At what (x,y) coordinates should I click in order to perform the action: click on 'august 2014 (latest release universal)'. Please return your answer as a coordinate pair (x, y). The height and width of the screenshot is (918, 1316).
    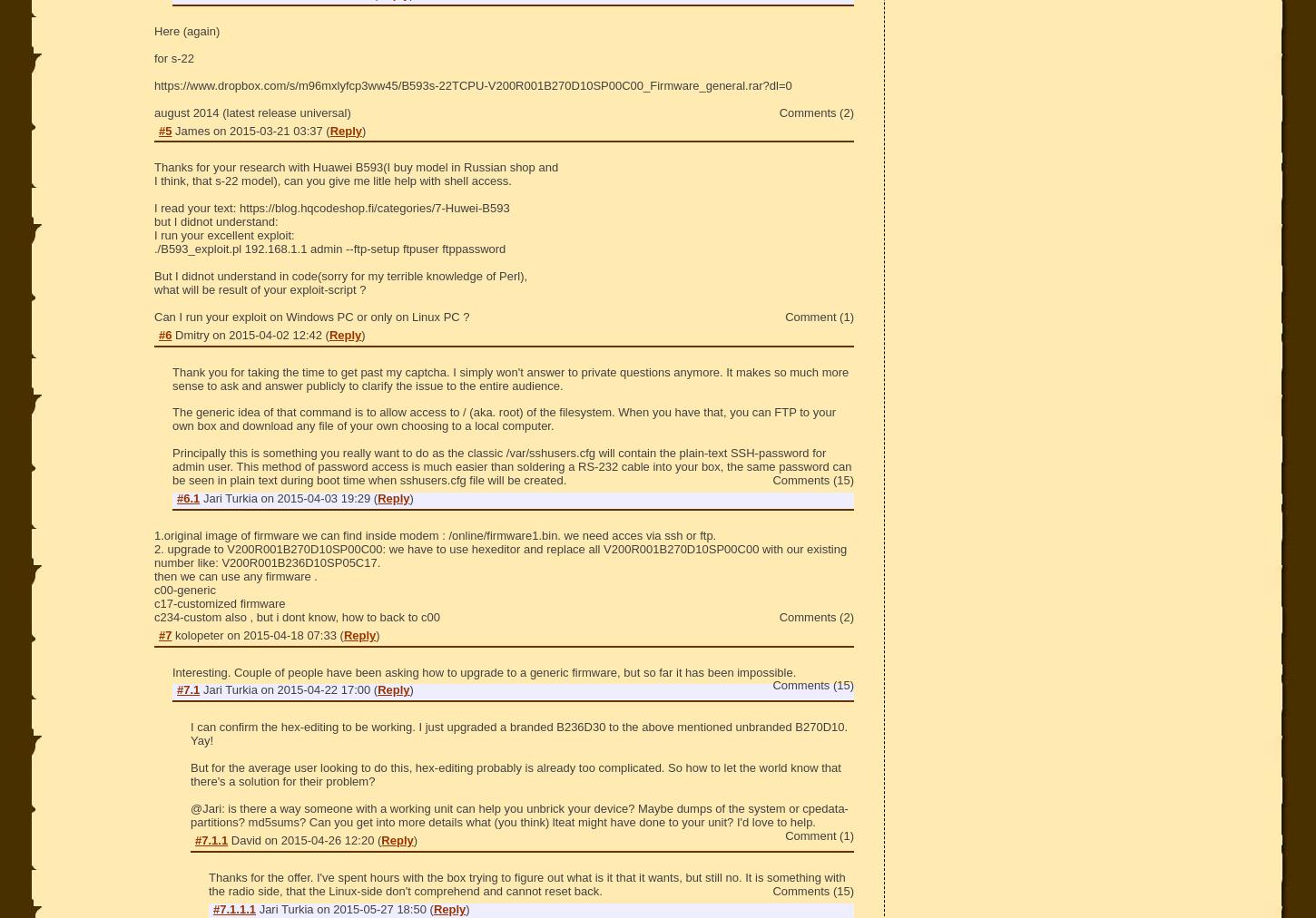
    Looking at the image, I should click on (251, 111).